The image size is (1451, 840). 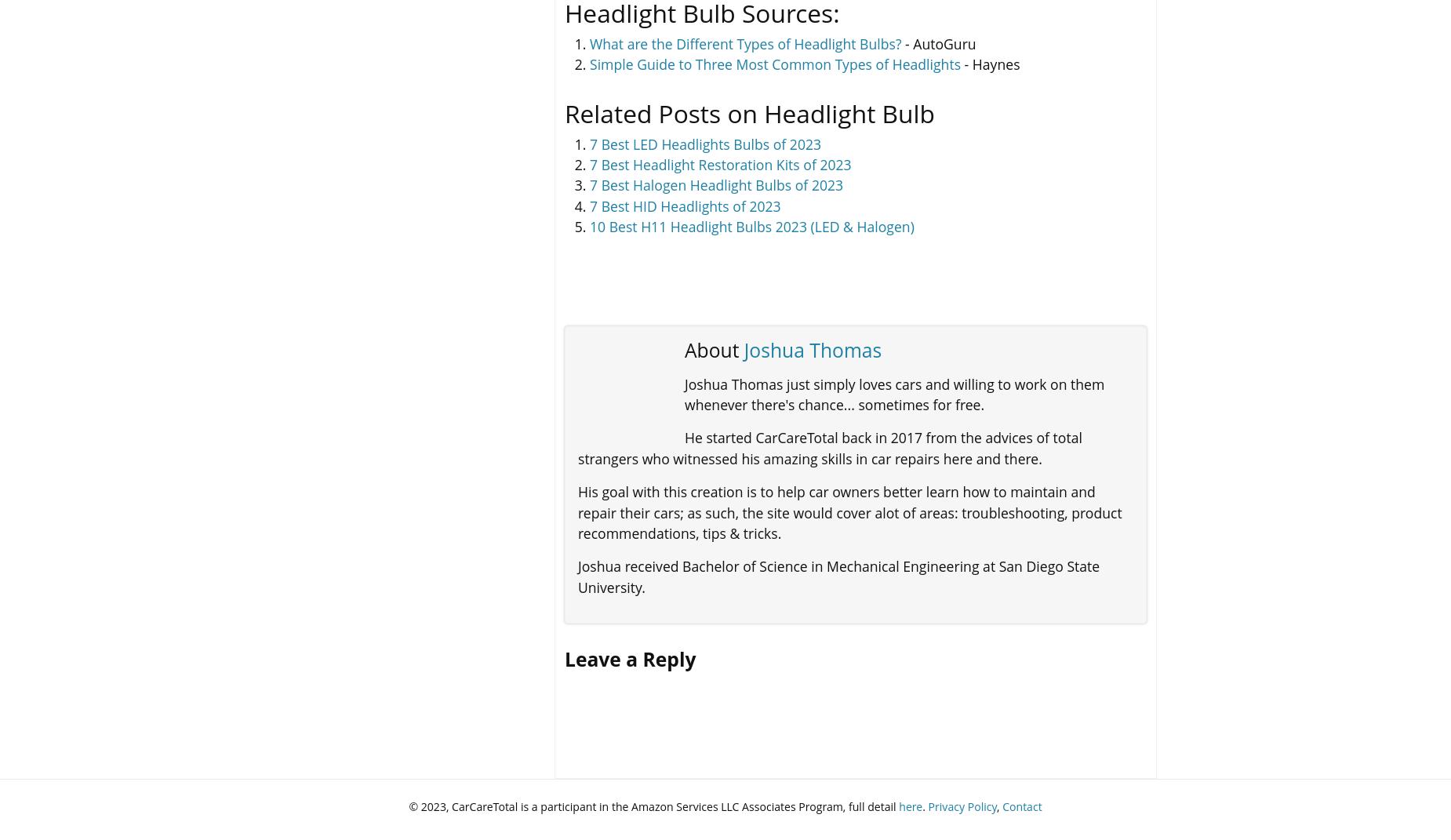 I want to click on 'Related Posts on Headlight Bulb', so click(x=748, y=112).